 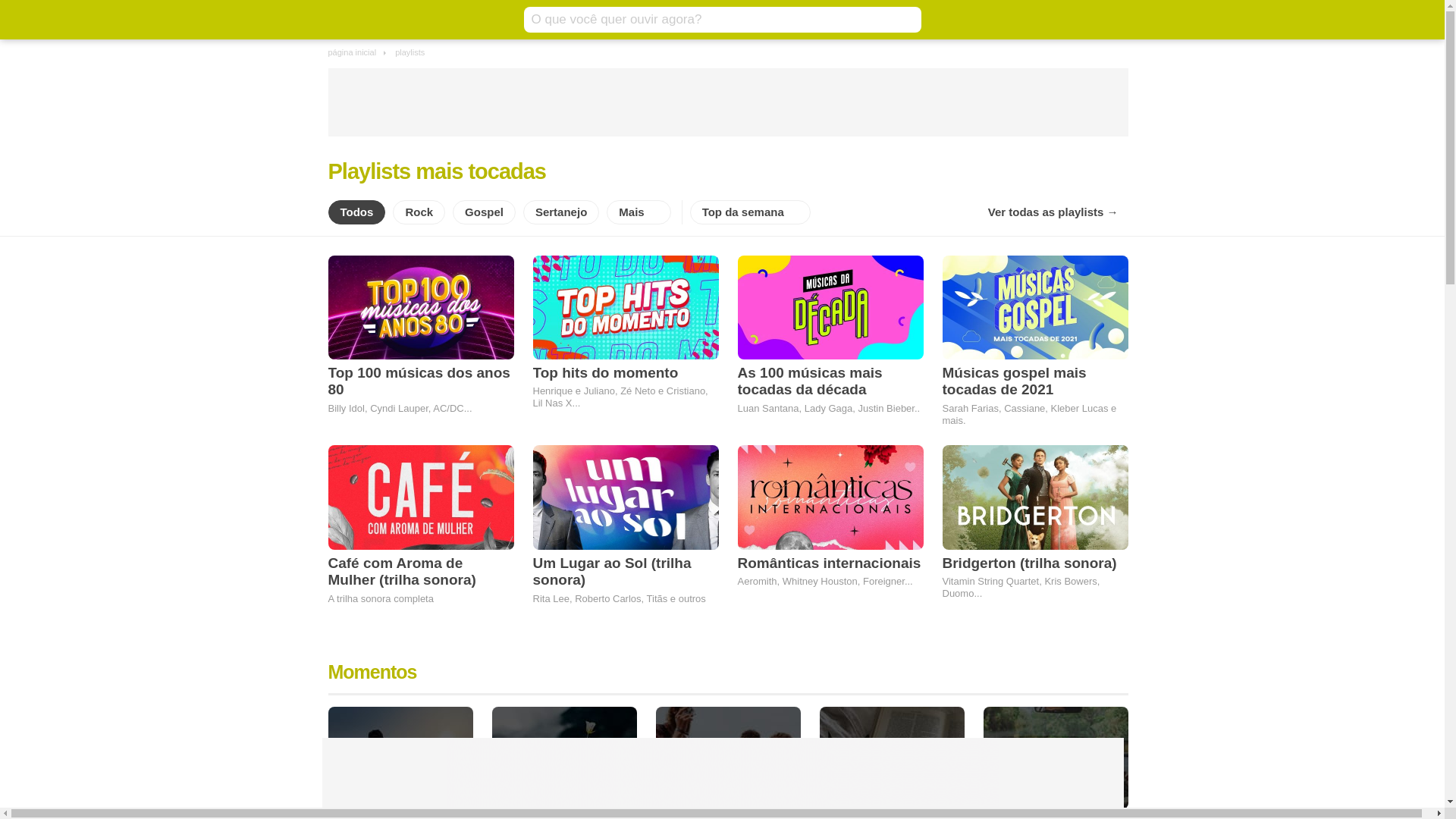 I want to click on '3rd party ad content', so click(x=720, y=772).